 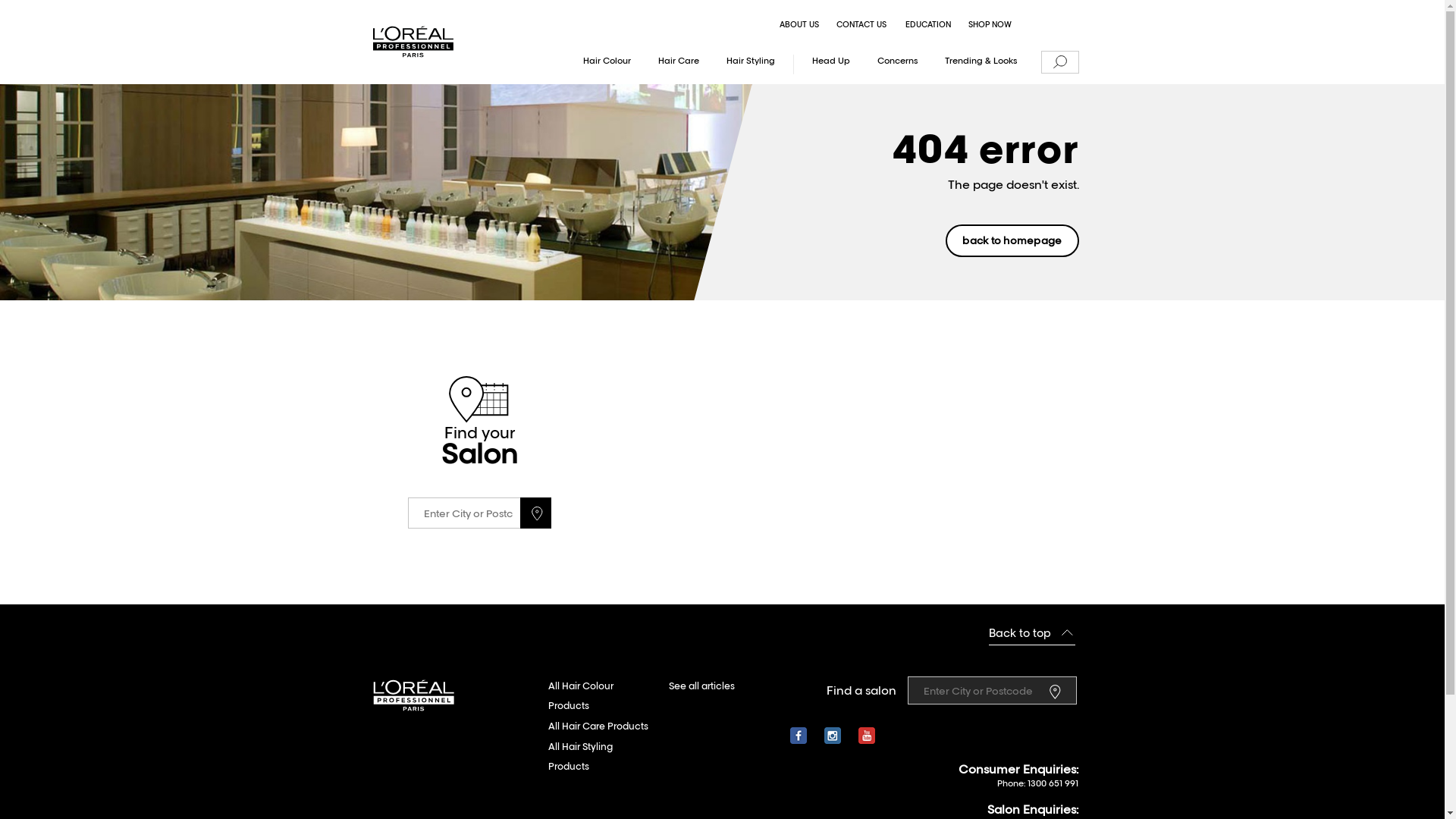 What do you see at coordinates (701, 686) in the screenshot?
I see `'See all articles'` at bounding box center [701, 686].